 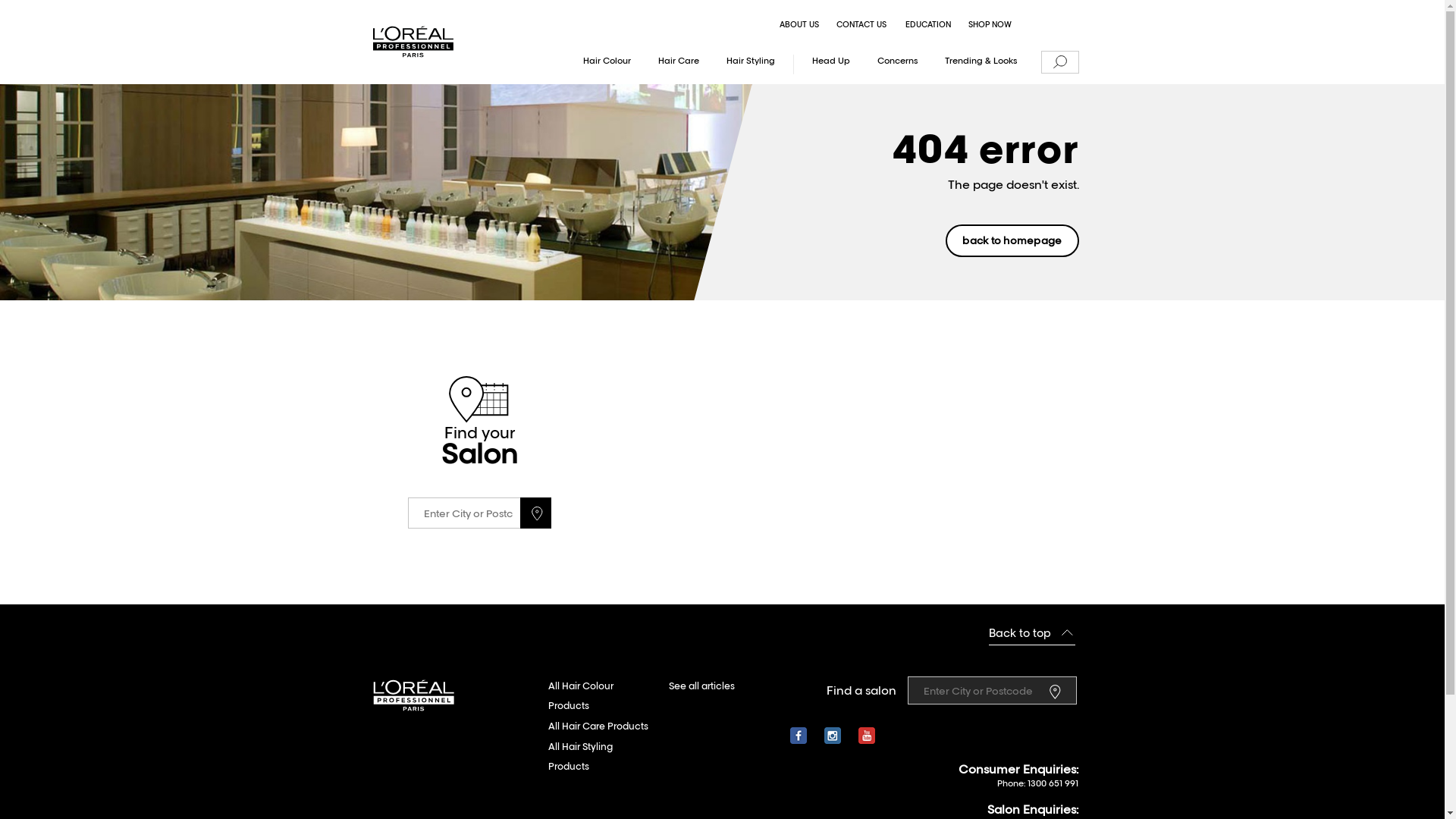 What do you see at coordinates (701, 686) in the screenshot?
I see `'See all articles'` at bounding box center [701, 686].